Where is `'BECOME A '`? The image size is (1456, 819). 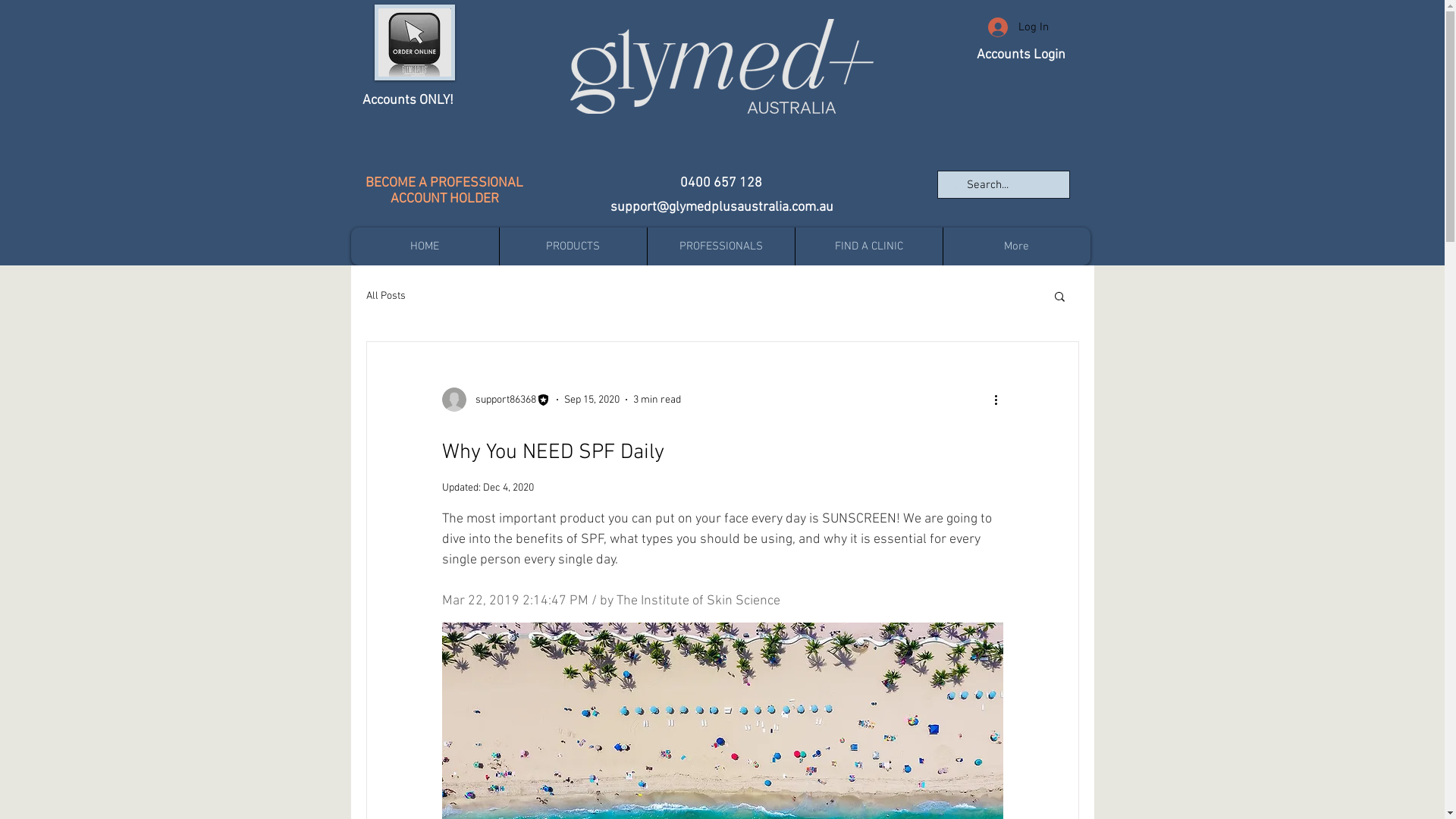
'BECOME A ' is located at coordinates (397, 182).